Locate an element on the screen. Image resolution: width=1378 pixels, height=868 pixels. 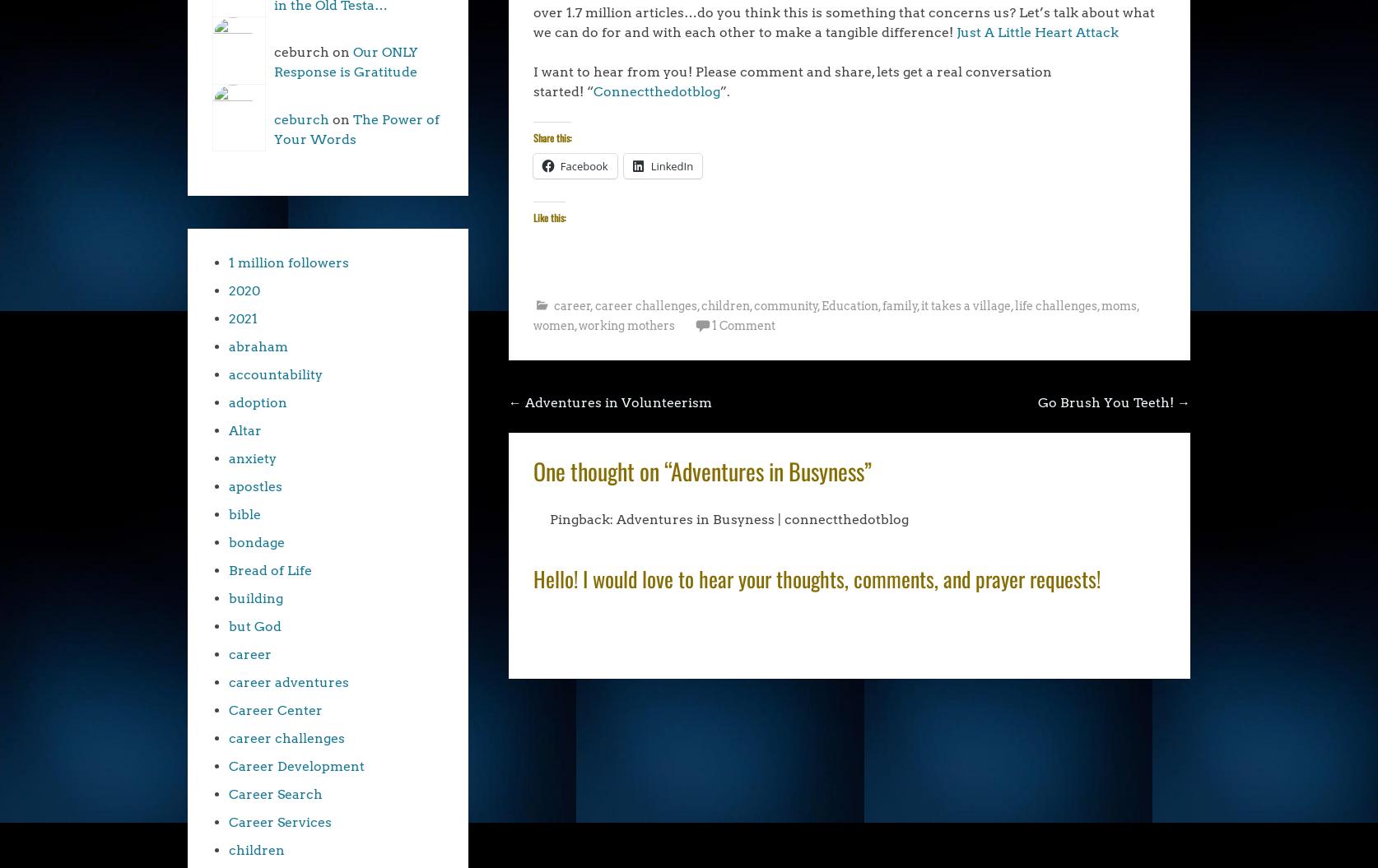
'but God' is located at coordinates (255, 626).